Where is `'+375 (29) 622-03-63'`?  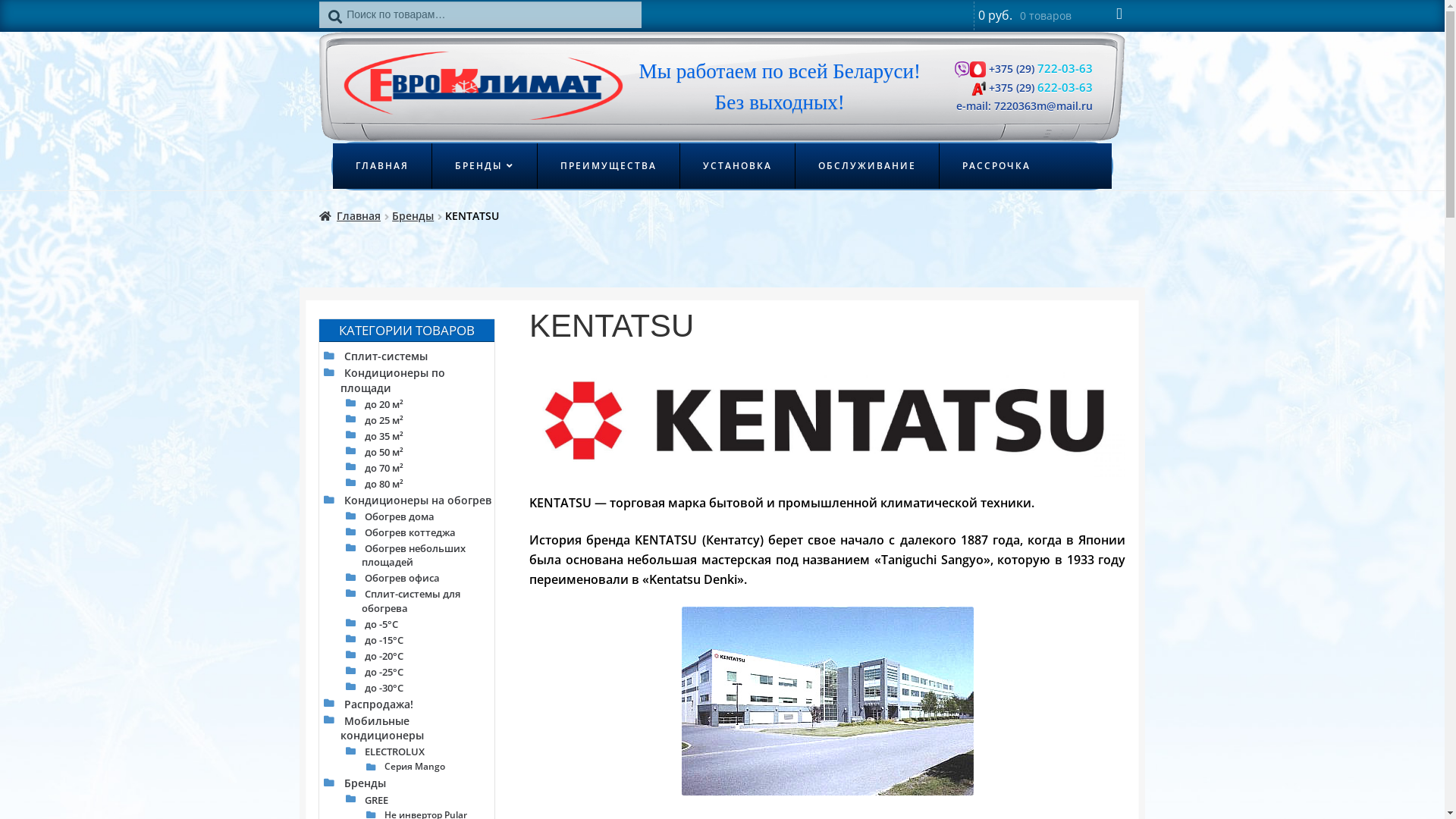 '+375 (29) 622-03-63' is located at coordinates (1038, 87).